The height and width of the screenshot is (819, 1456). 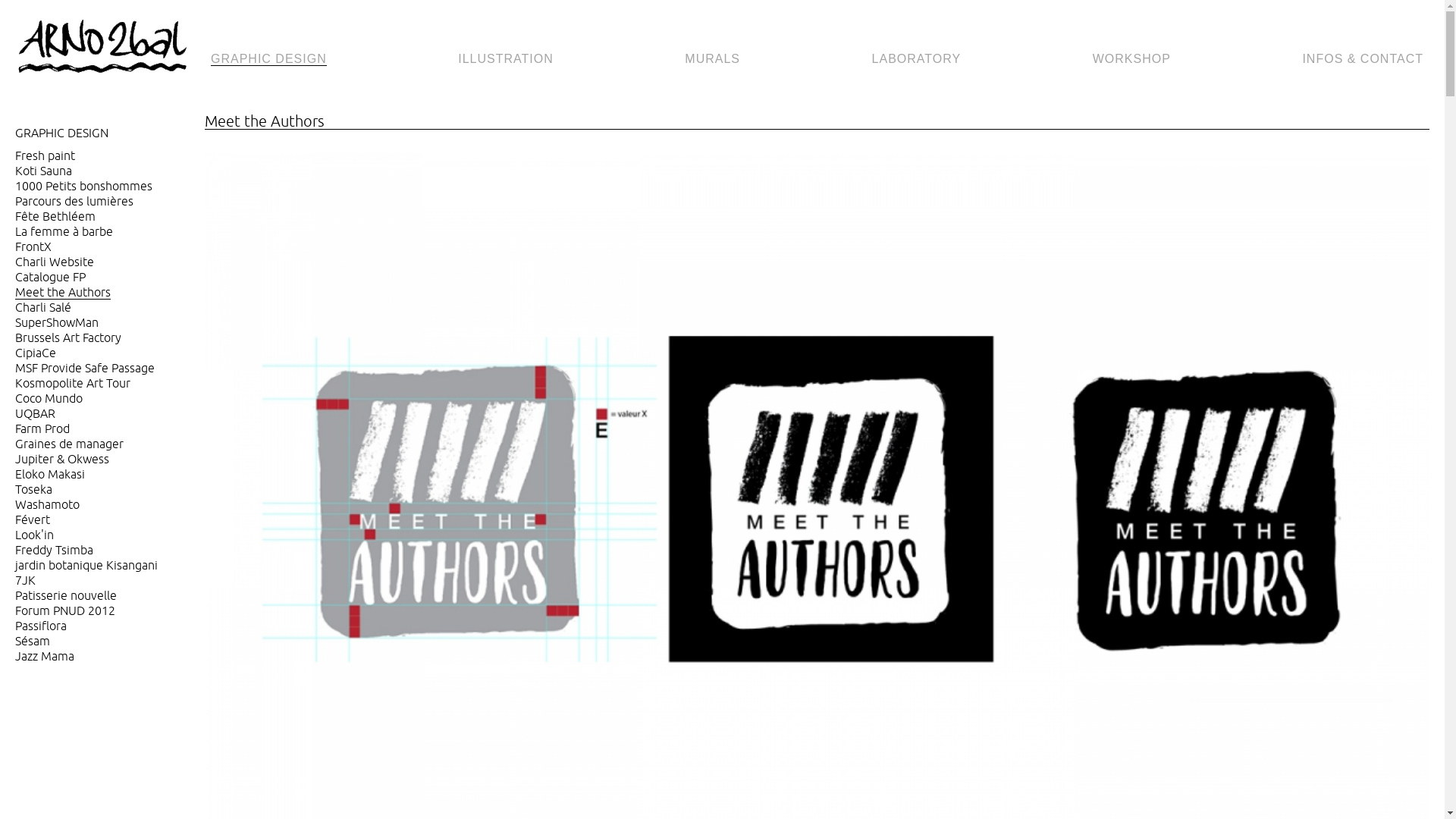 What do you see at coordinates (36, 353) in the screenshot?
I see `'CipiaCe'` at bounding box center [36, 353].